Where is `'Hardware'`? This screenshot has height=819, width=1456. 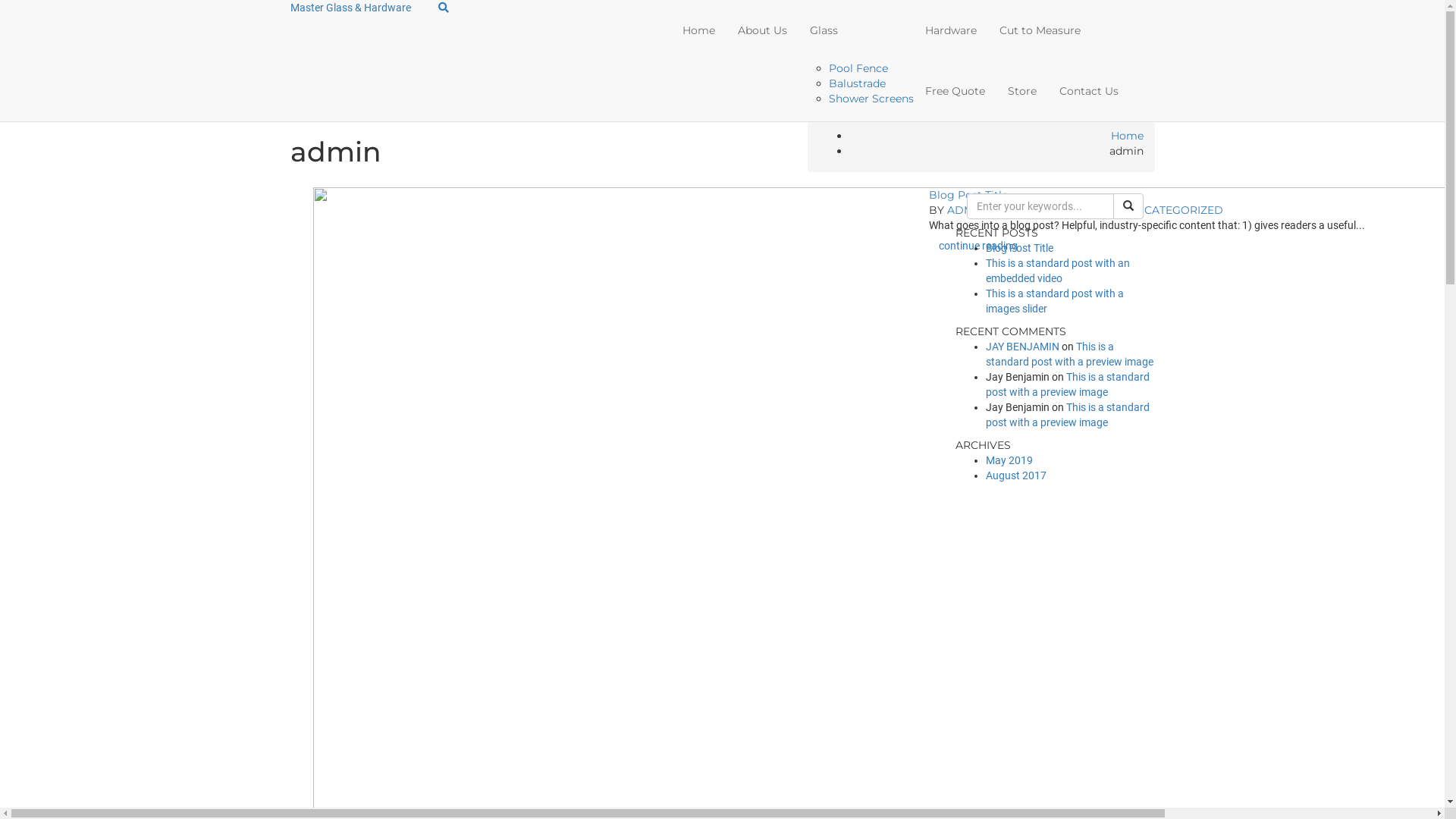 'Hardware' is located at coordinates (912, 30).